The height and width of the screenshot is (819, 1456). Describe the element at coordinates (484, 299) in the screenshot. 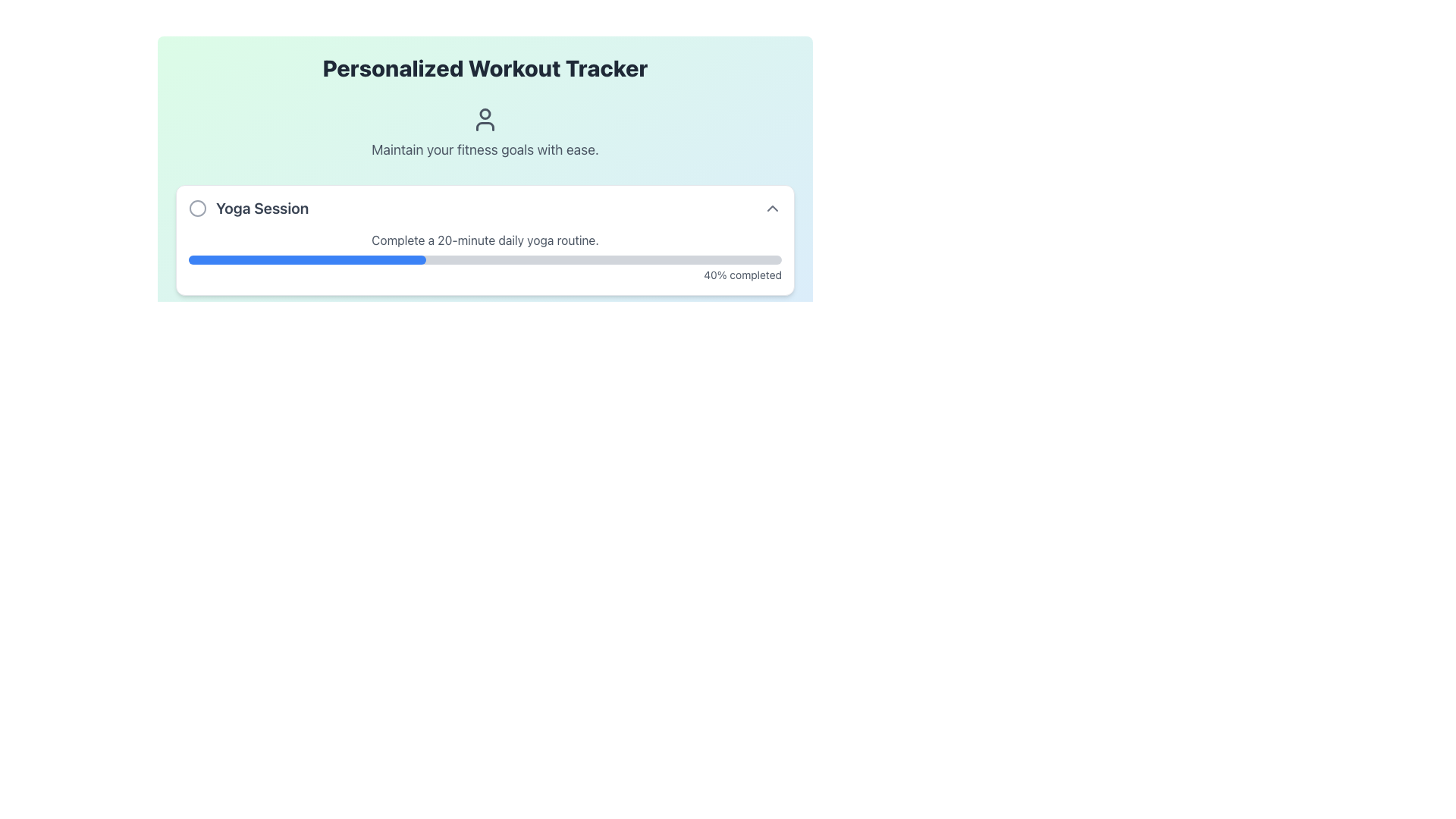

I see `the first Card Widget that displays the task 'Yoga Session' in the 'Personalized Workout Tracker' section` at that location.